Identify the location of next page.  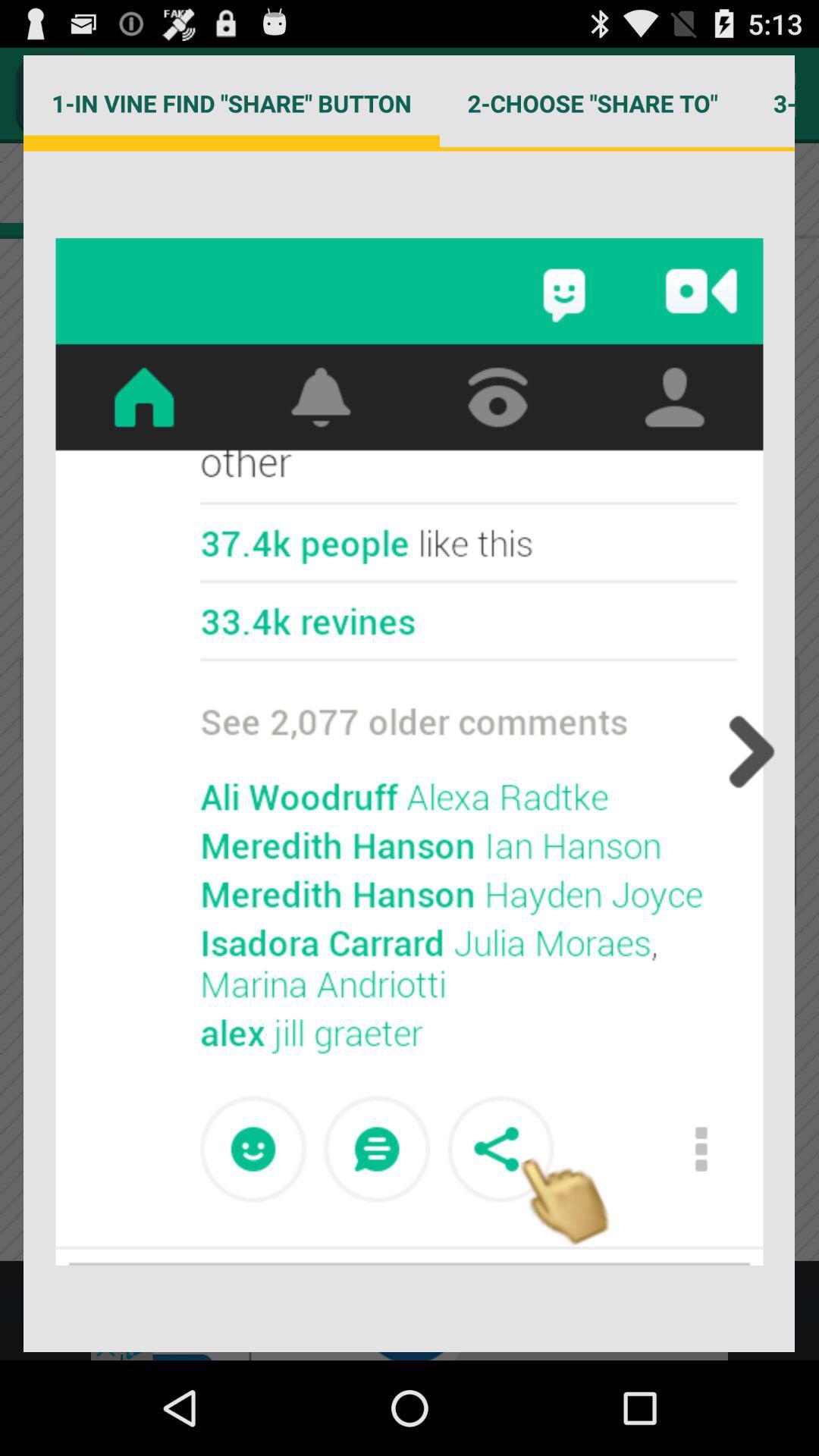
(746, 752).